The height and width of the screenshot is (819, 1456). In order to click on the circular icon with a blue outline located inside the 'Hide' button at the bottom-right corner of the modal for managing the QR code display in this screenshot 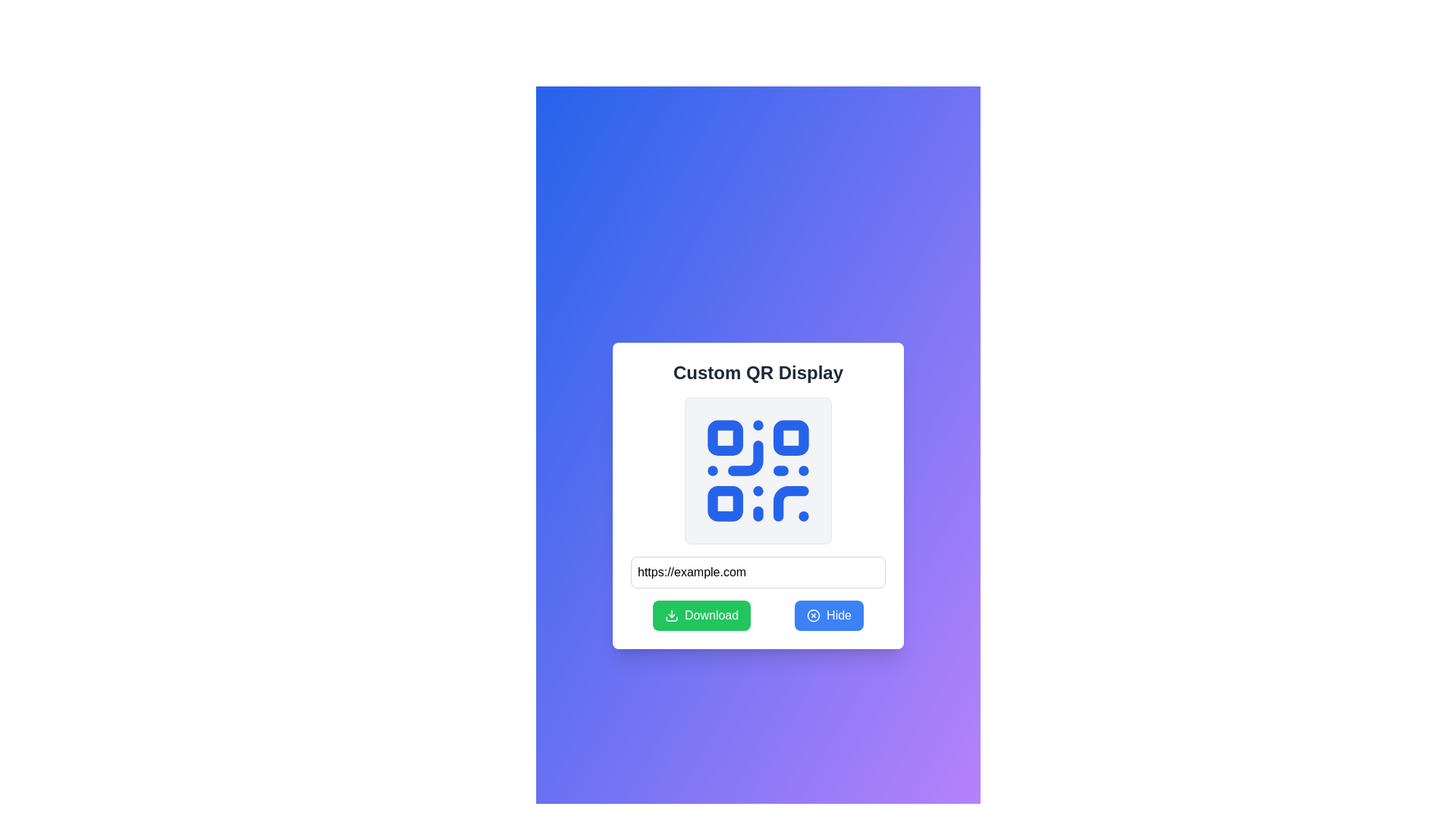, I will do `click(813, 616)`.